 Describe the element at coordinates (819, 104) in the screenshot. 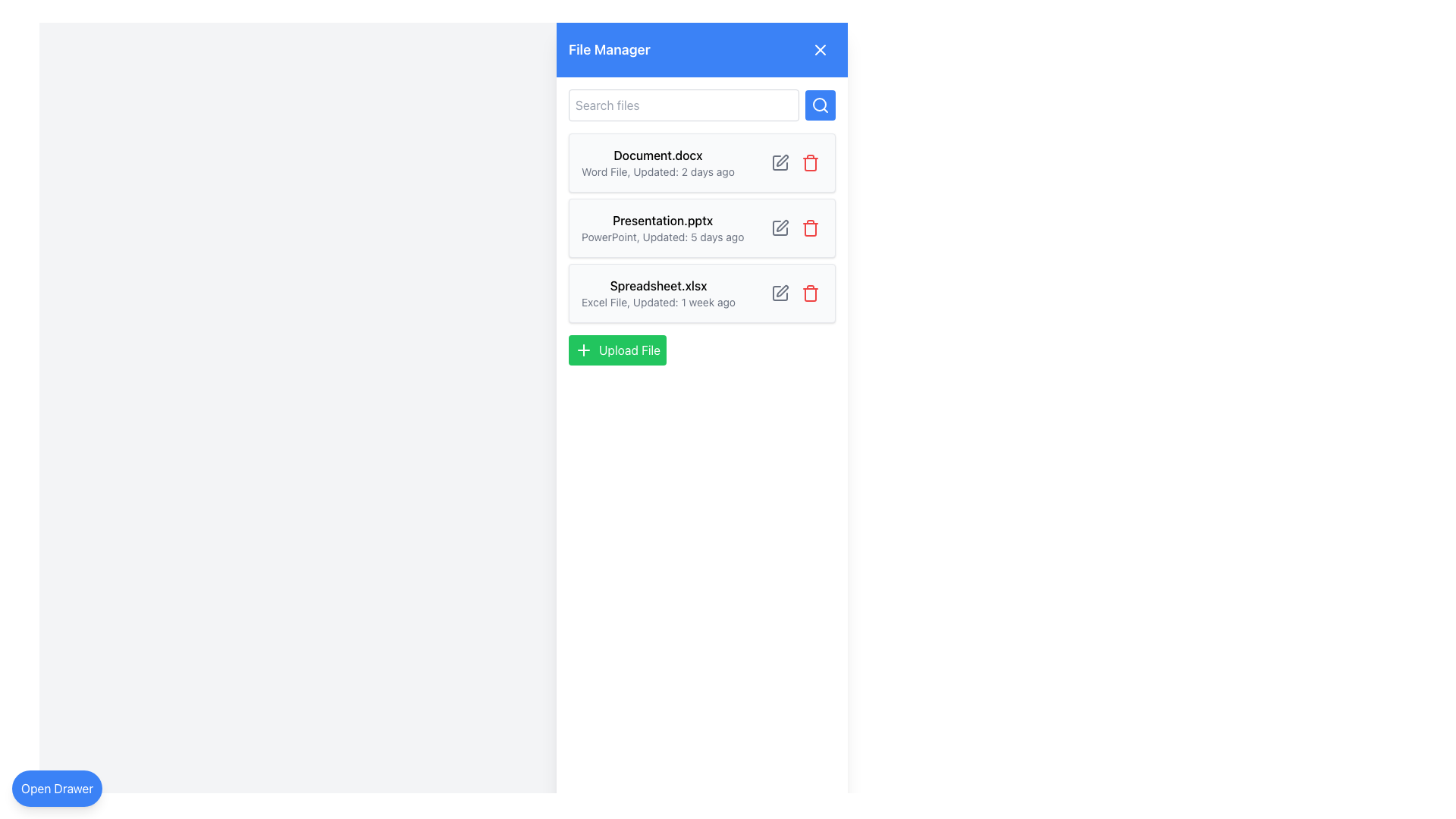

I see `the white circular magnifying glass icon located inside the blue circular button in the upper blue bar of the sidebar interface` at that location.